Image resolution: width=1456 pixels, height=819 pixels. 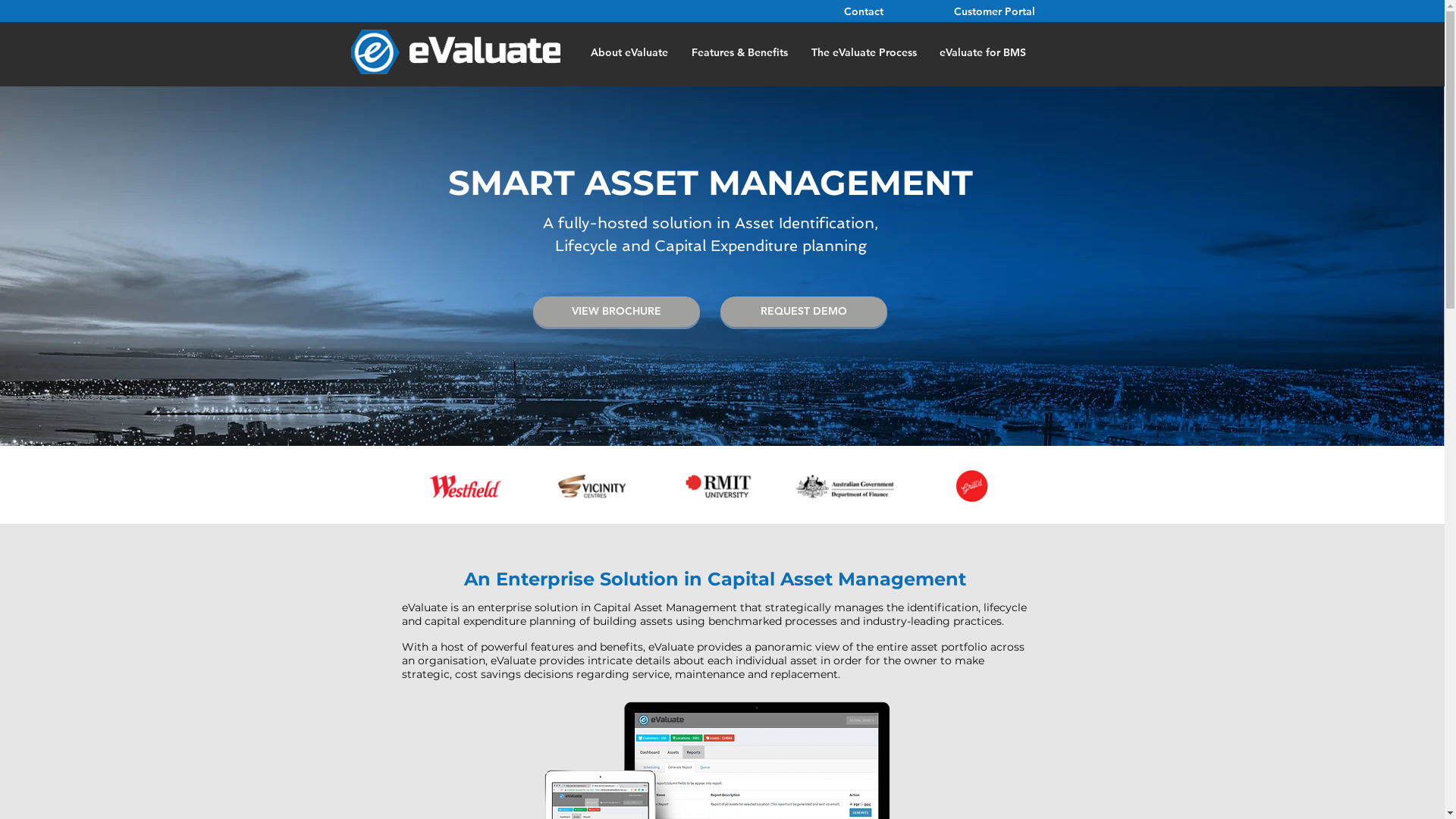 I want to click on 'Features & Benefits', so click(x=679, y=50).